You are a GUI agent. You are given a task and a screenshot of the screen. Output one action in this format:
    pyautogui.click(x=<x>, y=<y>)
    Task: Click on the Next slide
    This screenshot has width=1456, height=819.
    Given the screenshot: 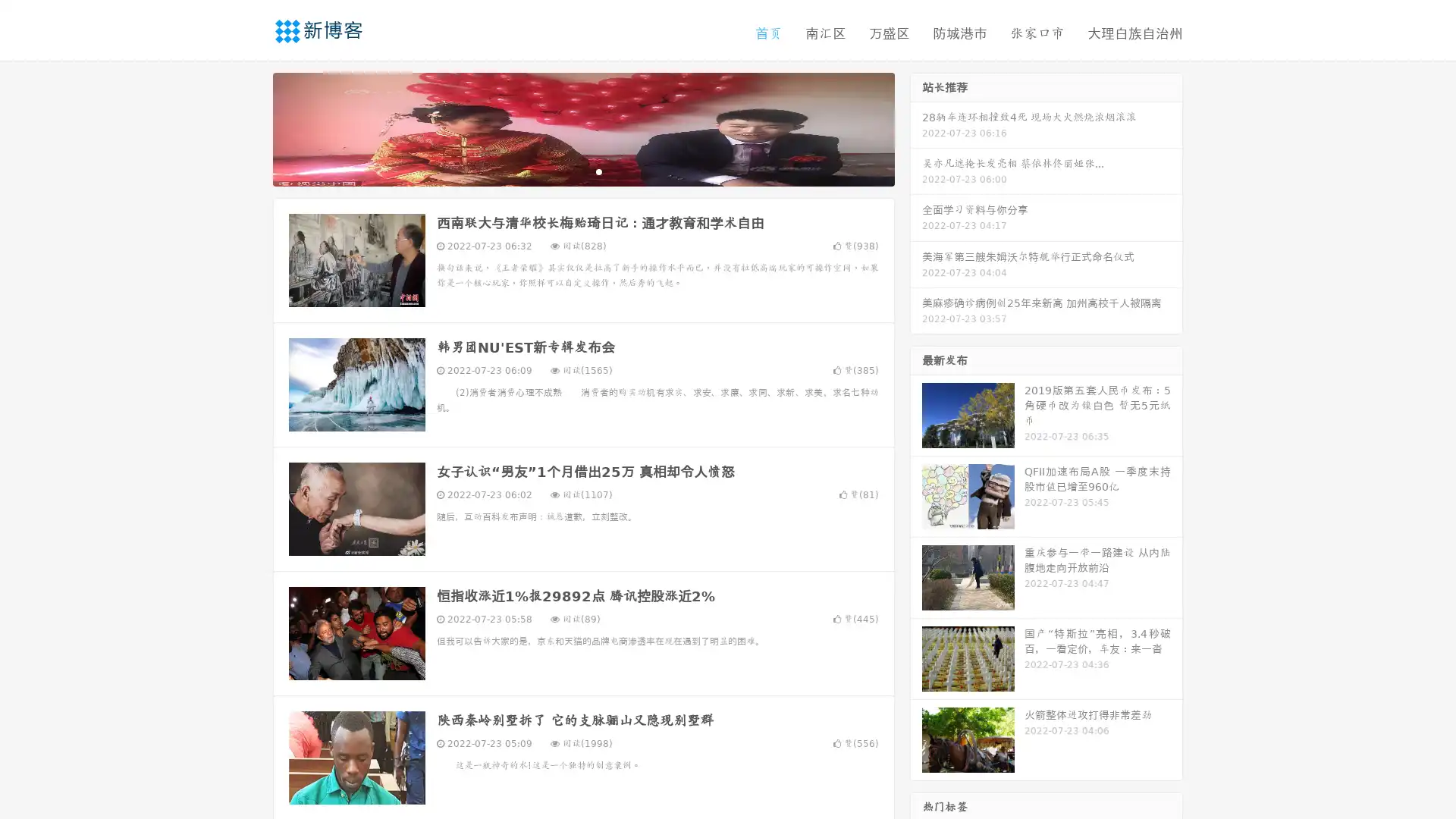 What is the action you would take?
    pyautogui.click(x=916, y=127)
    